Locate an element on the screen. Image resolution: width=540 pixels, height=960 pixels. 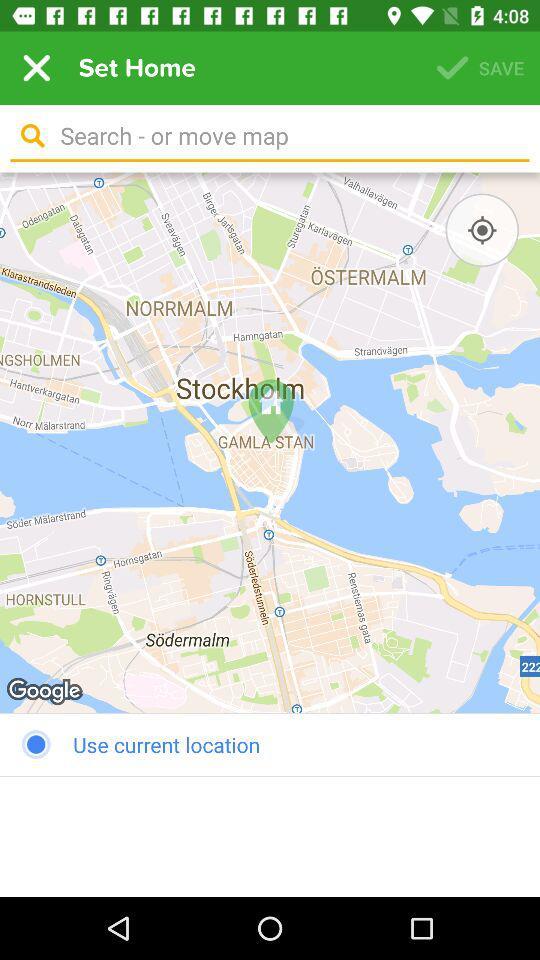
the use current location item is located at coordinates (270, 743).